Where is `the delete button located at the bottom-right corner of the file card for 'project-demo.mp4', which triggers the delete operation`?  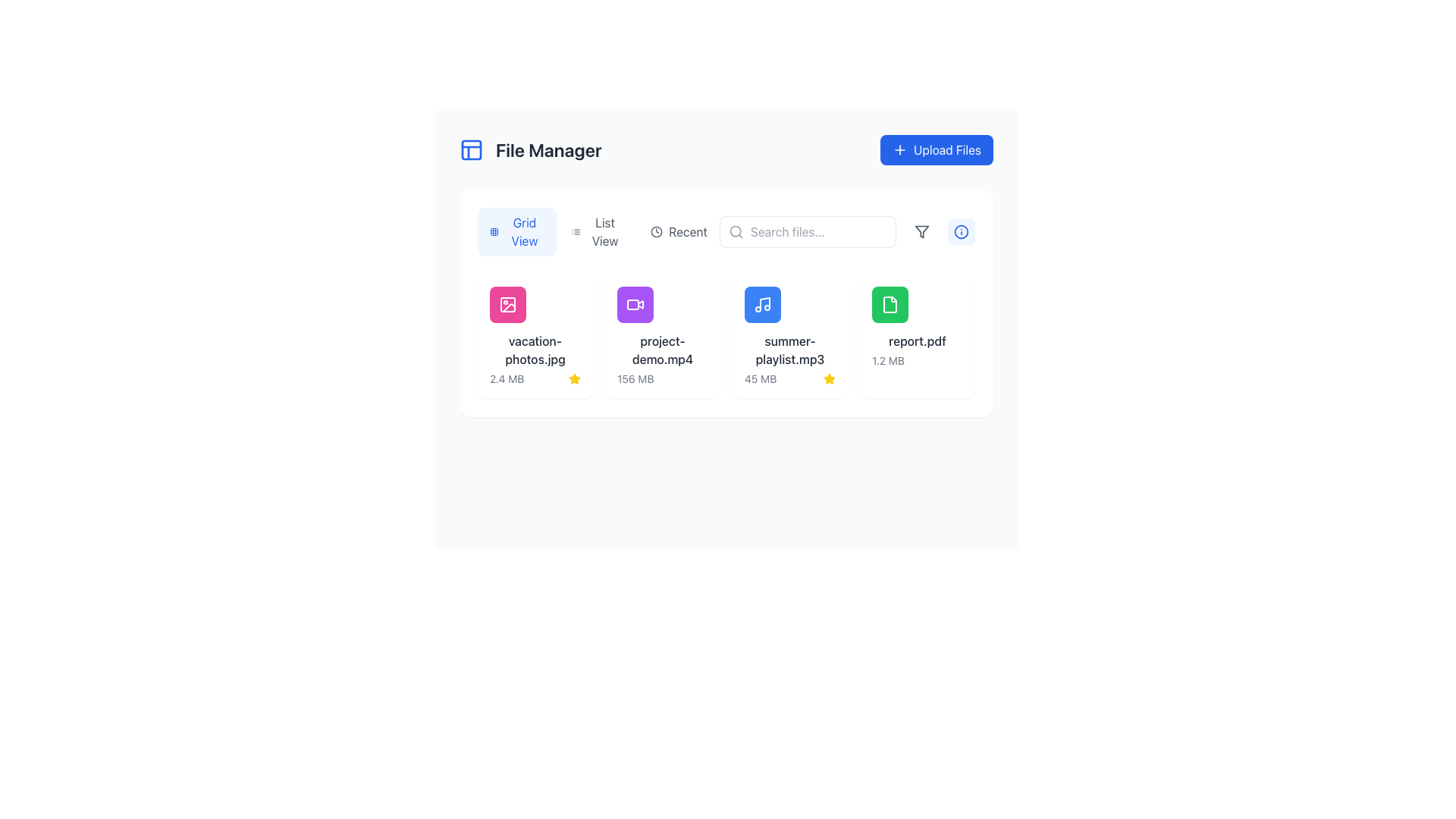 the delete button located at the bottom-right corner of the file card for 'project-demo.mp4', which triggers the delete operation is located at coordinates (694, 376).